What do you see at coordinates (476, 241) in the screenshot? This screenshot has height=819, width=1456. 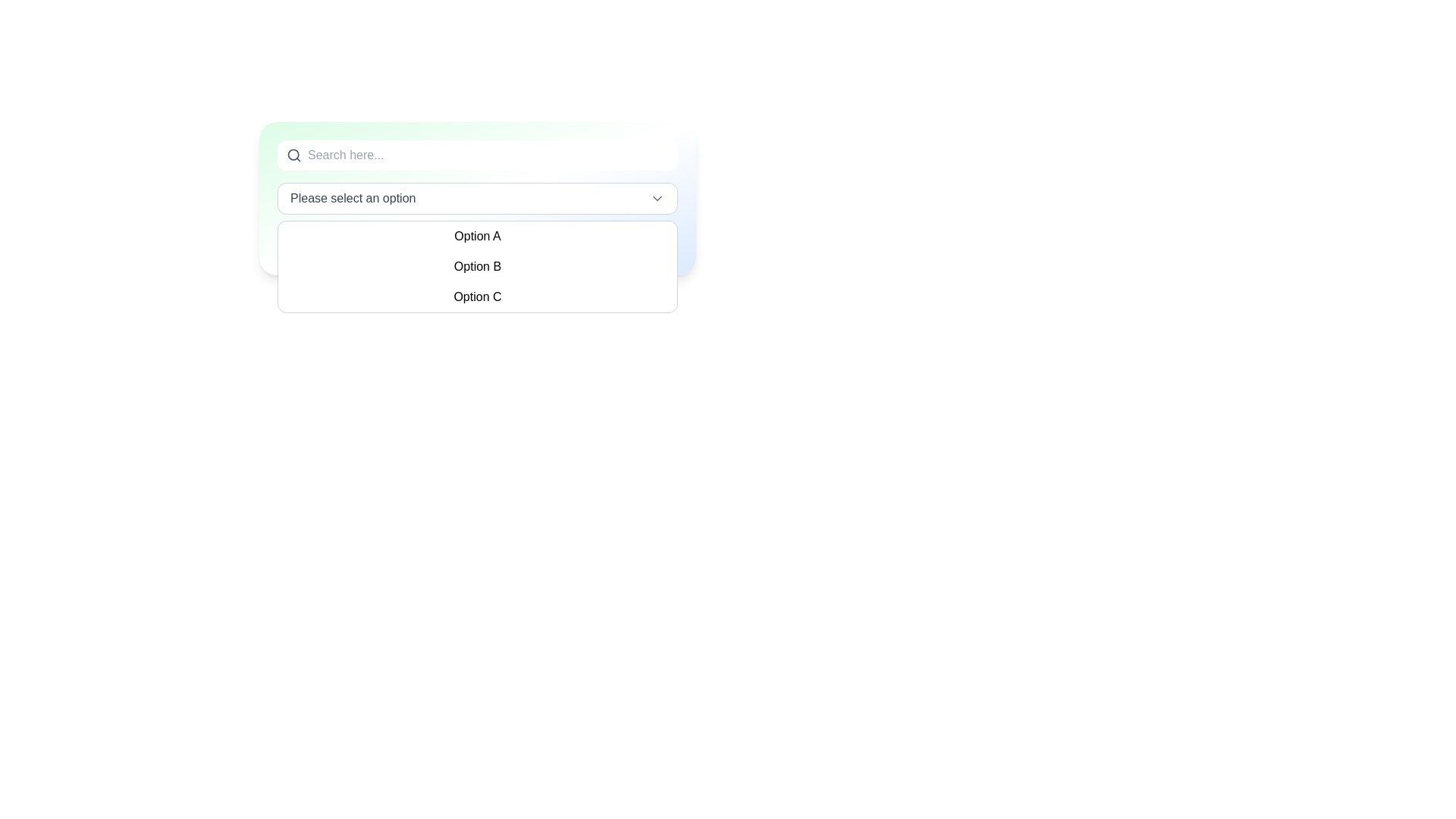 I see `the first selectable option in the dropdown menu labeled 'Please select an option'` at bounding box center [476, 241].